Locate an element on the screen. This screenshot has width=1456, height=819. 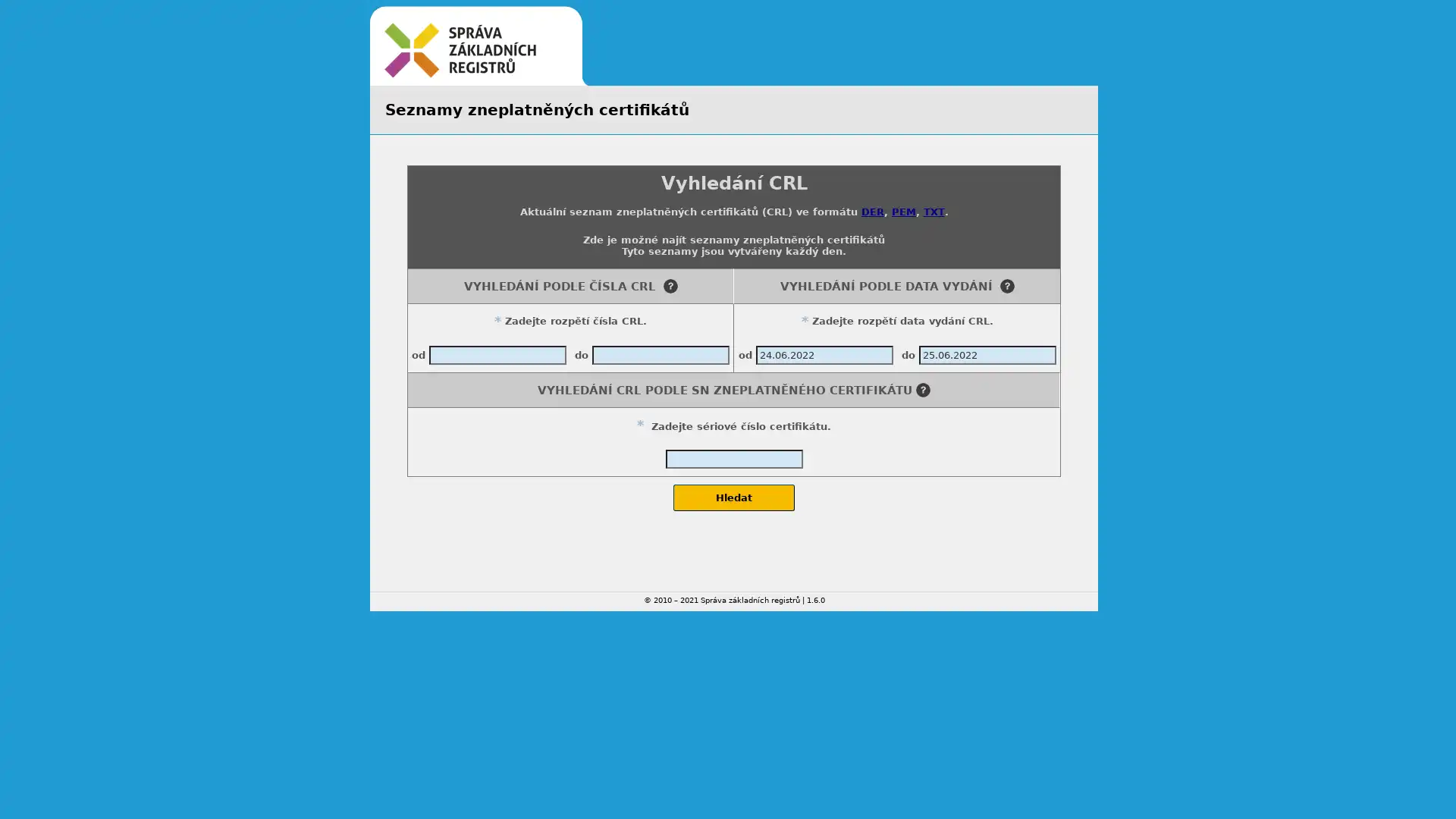
Napoveda is located at coordinates (1006, 286).